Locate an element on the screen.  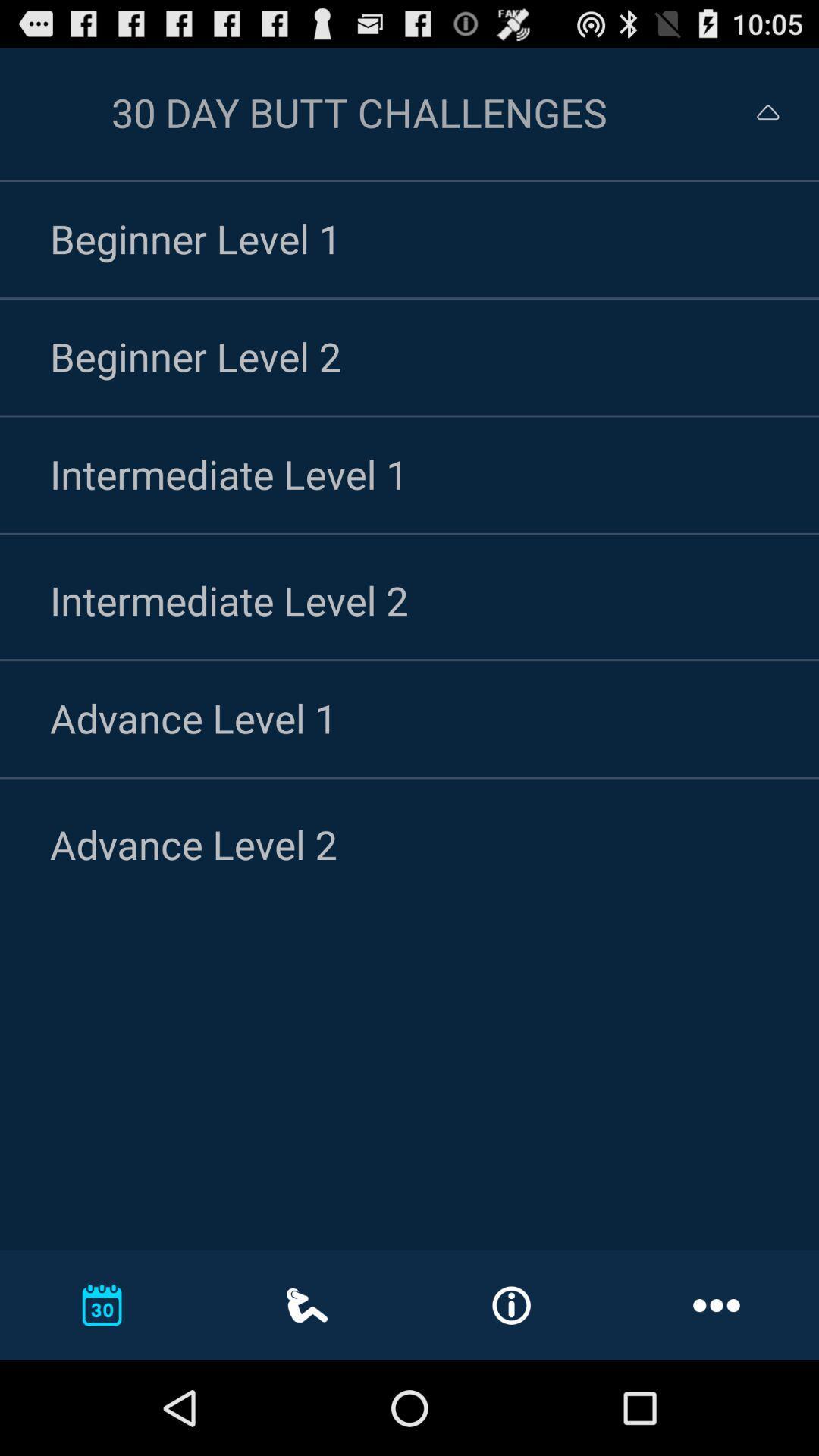
the expand_less icon is located at coordinates (754, 119).